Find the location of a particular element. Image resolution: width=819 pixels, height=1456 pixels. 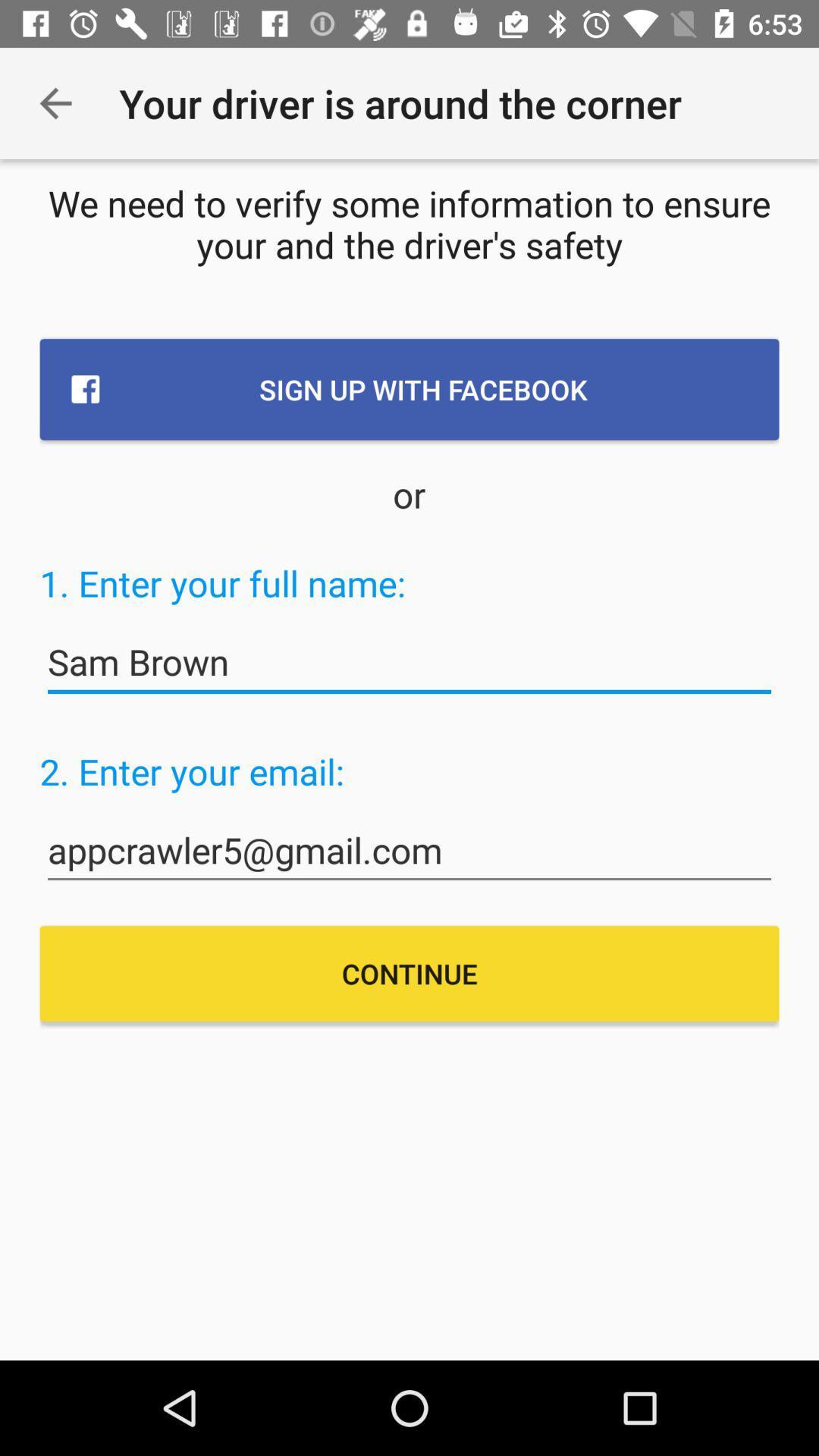

the icon below the we need to item is located at coordinates (409, 389).